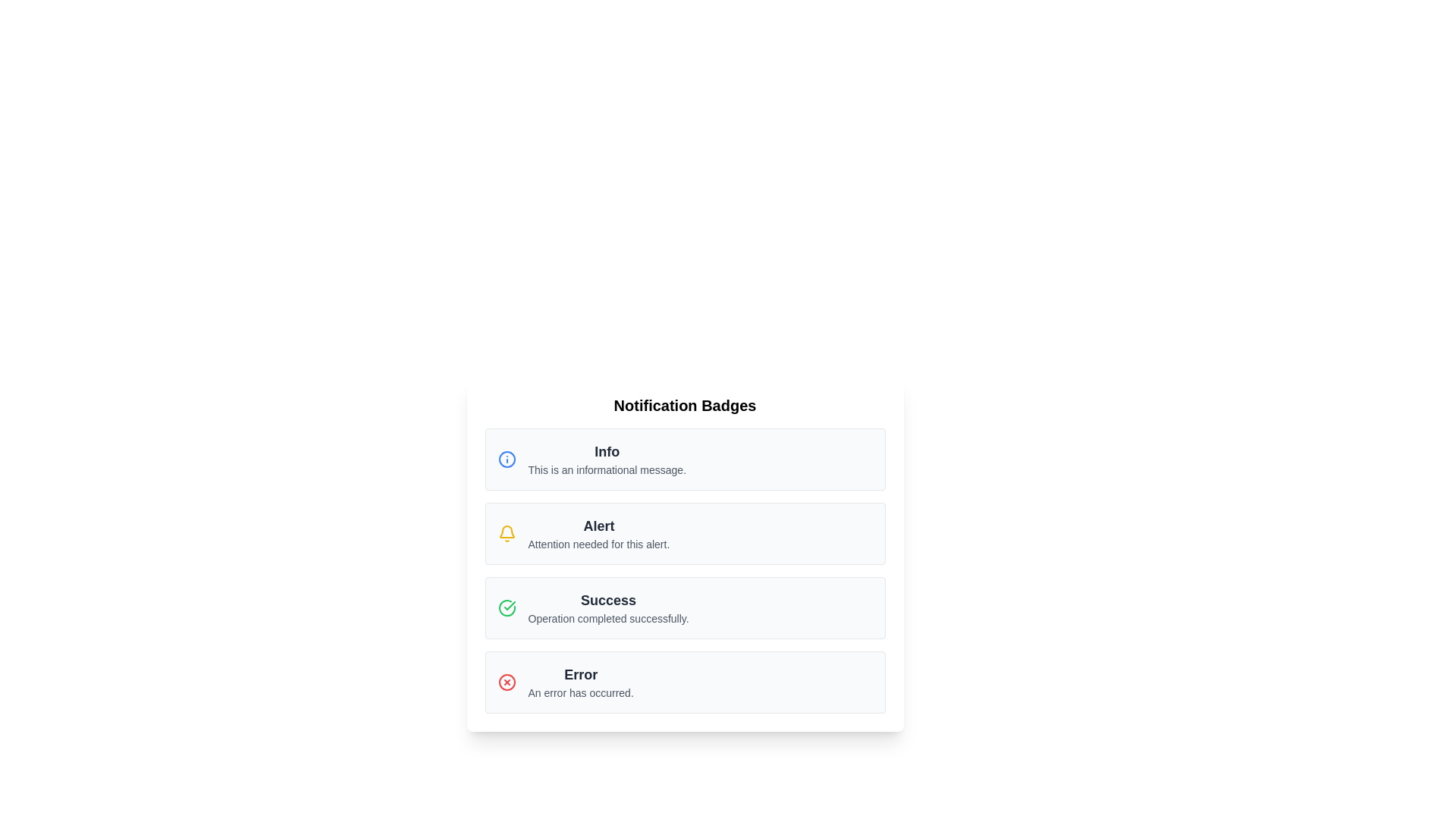 This screenshot has width=1456, height=819. I want to click on the 'Success' text label styled in bold dark gray, which is located at the top of the notification box preceding the descriptive text 'Operation completed successfully', so click(608, 599).